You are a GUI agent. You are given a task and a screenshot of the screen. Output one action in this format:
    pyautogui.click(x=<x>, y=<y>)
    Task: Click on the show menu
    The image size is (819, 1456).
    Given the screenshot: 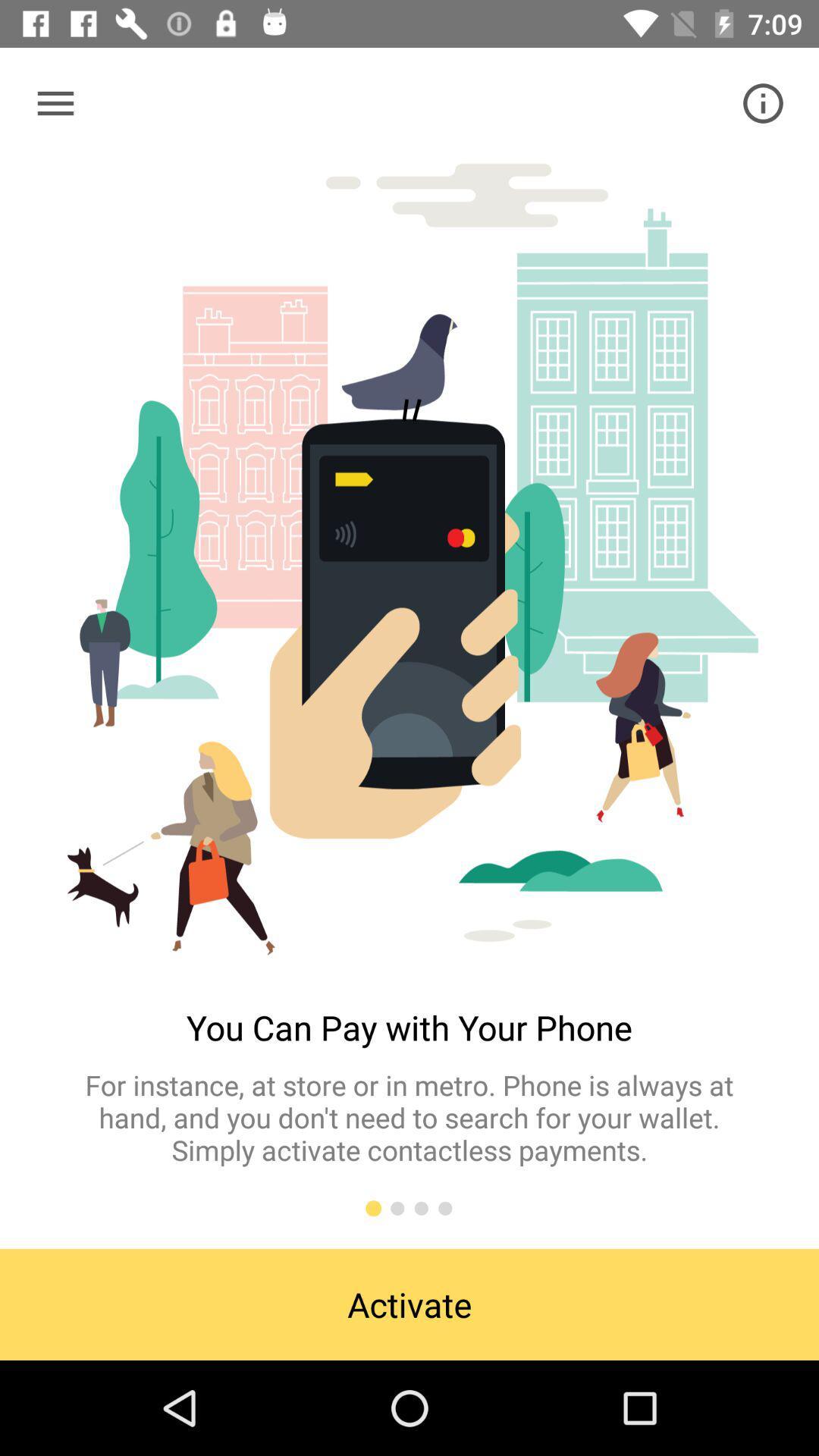 What is the action you would take?
    pyautogui.click(x=55, y=102)
    